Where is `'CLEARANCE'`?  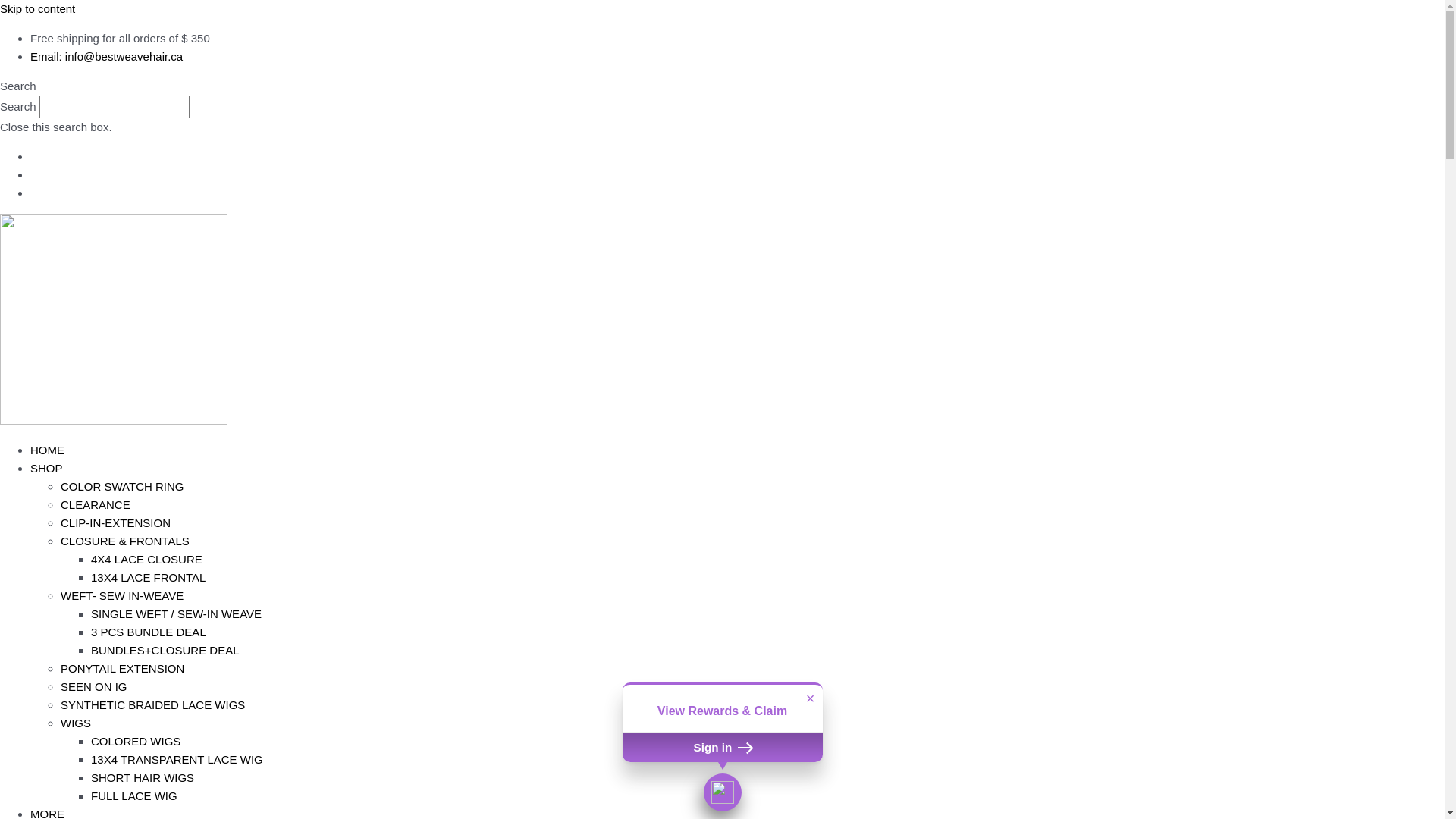 'CLEARANCE' is located at coordinates (94, 504).